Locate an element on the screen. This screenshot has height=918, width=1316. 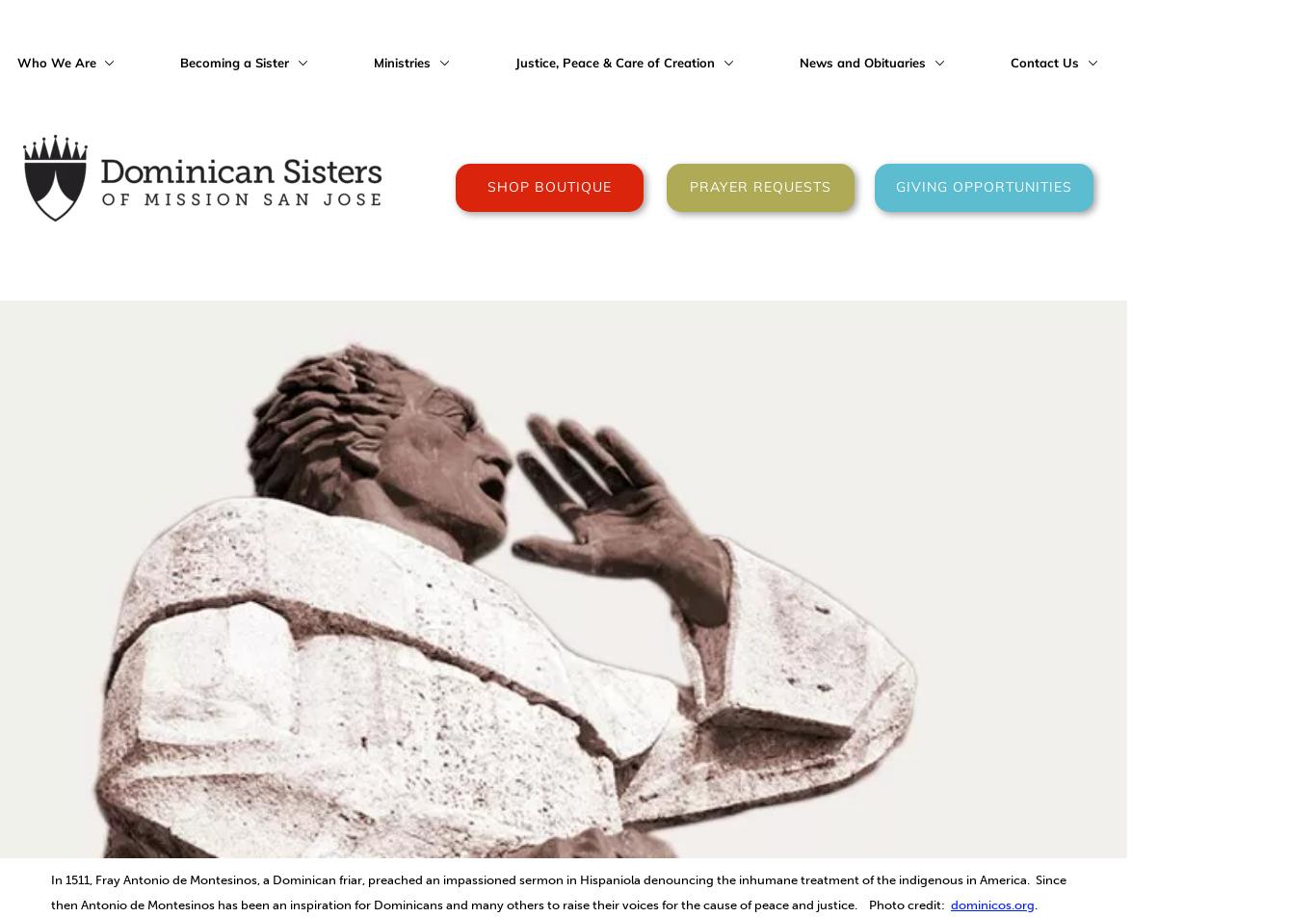
'News and Obituaries' is located at coordinates (862, 61).